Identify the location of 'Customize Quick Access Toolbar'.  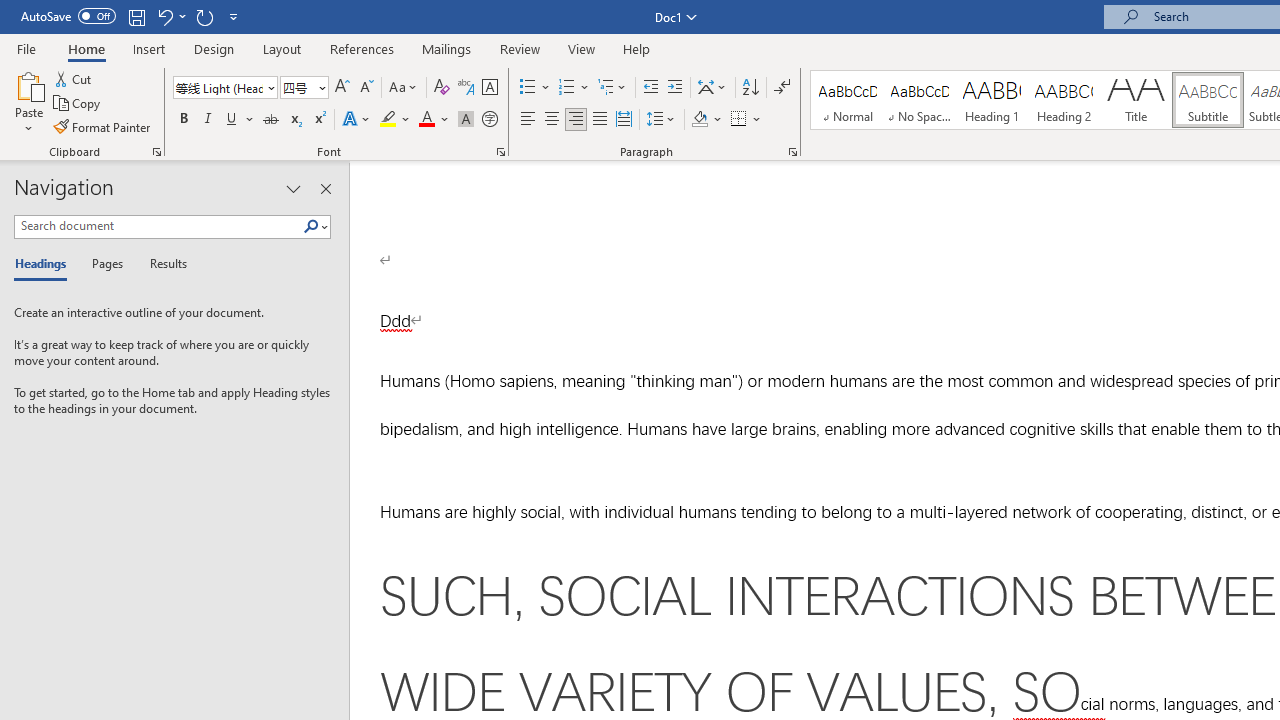
(234, 16).